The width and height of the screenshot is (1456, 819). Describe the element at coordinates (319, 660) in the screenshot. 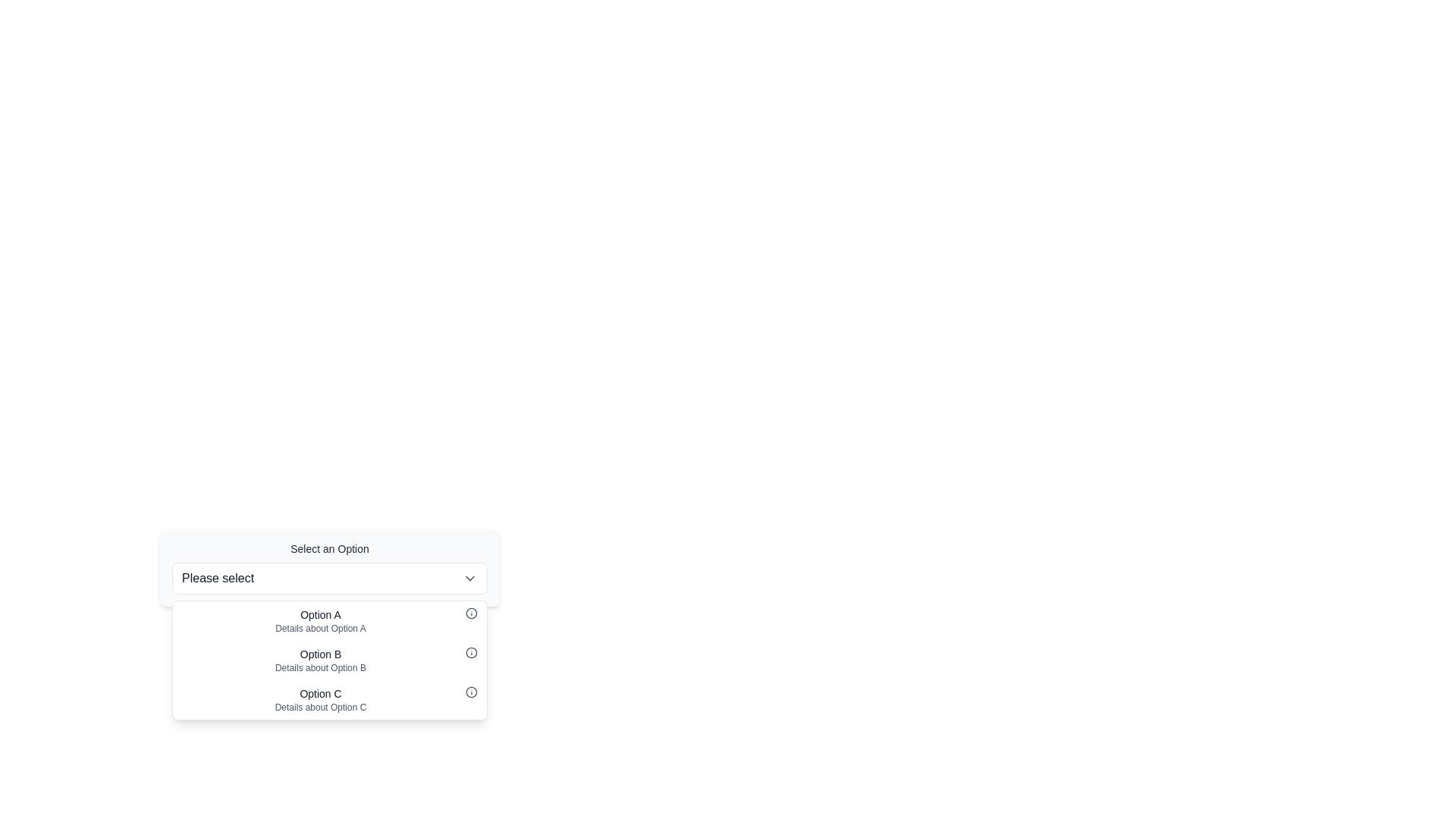

I see `the 'Option B' text block in the dropdown menu` at that location.